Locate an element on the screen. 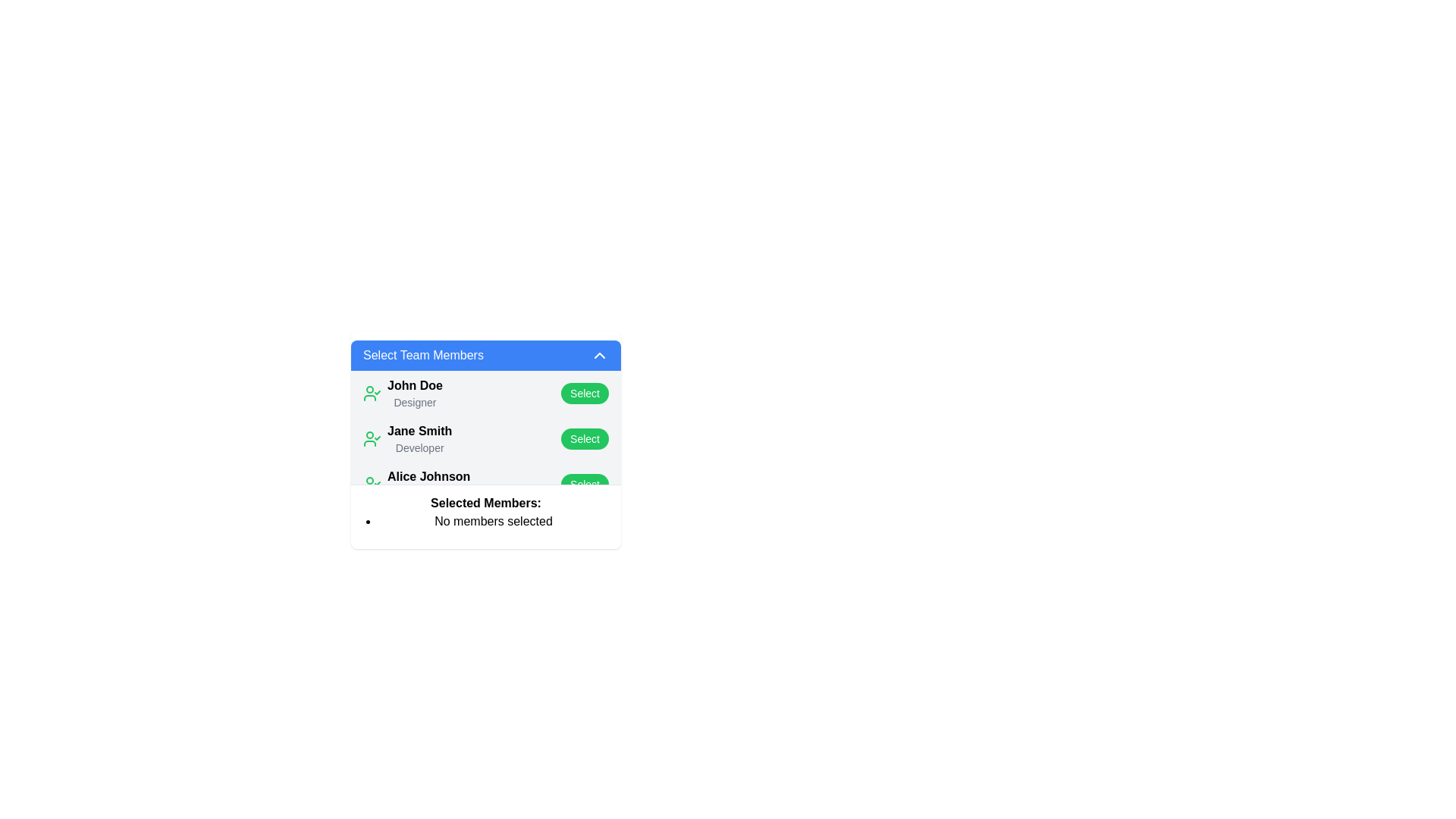 The width and height of the screenshot is (1456, 819). the text label indicating the role of 'Jane Smith', which is located below her name in the team member selection interface is located at coordinates (419, 447).